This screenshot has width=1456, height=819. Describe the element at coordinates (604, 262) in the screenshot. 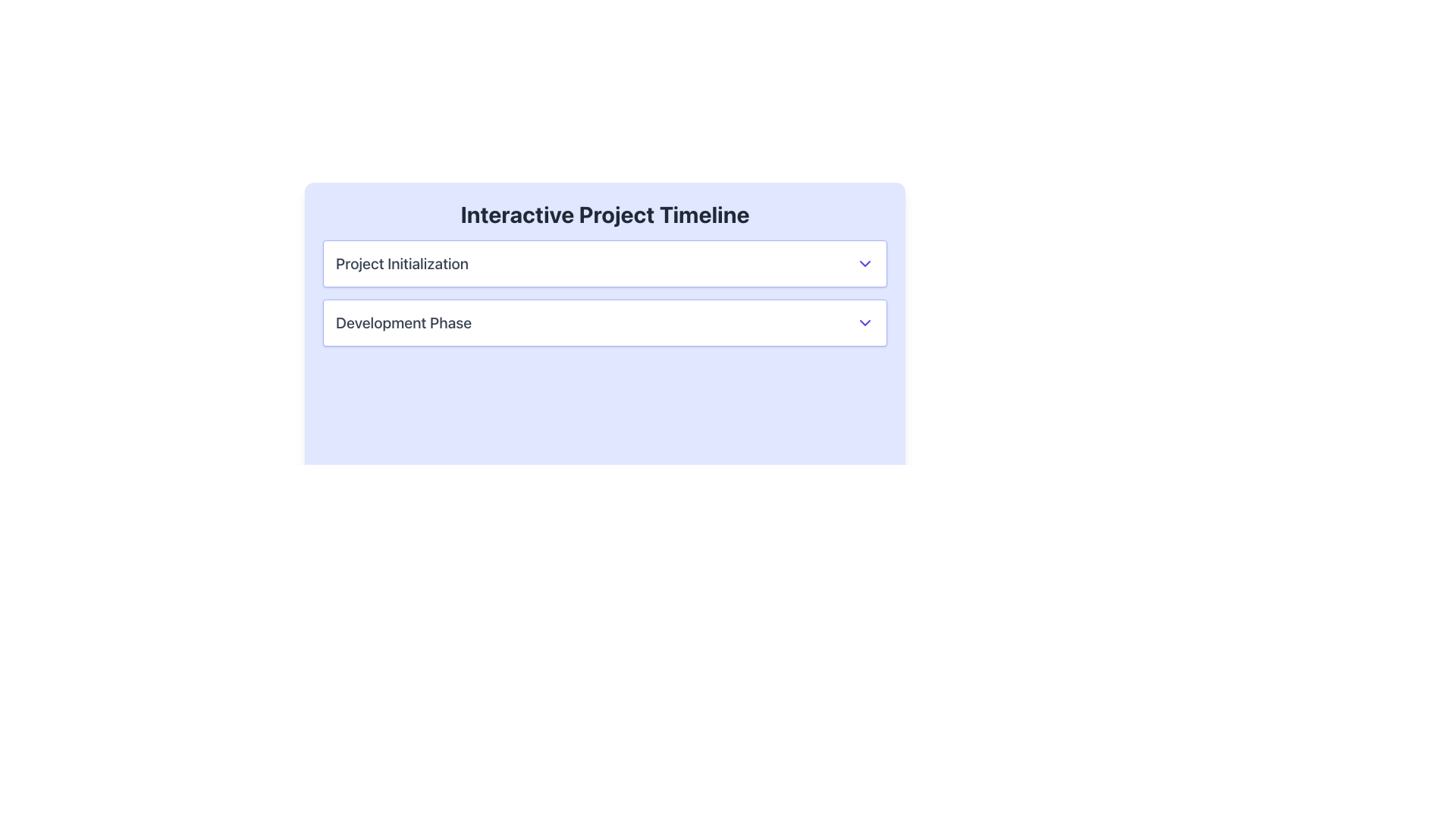

I see `the dropdown list item labeled 'Project Initialization', which is the first row in the 'Interactive Project Timeline' panel` at that location.